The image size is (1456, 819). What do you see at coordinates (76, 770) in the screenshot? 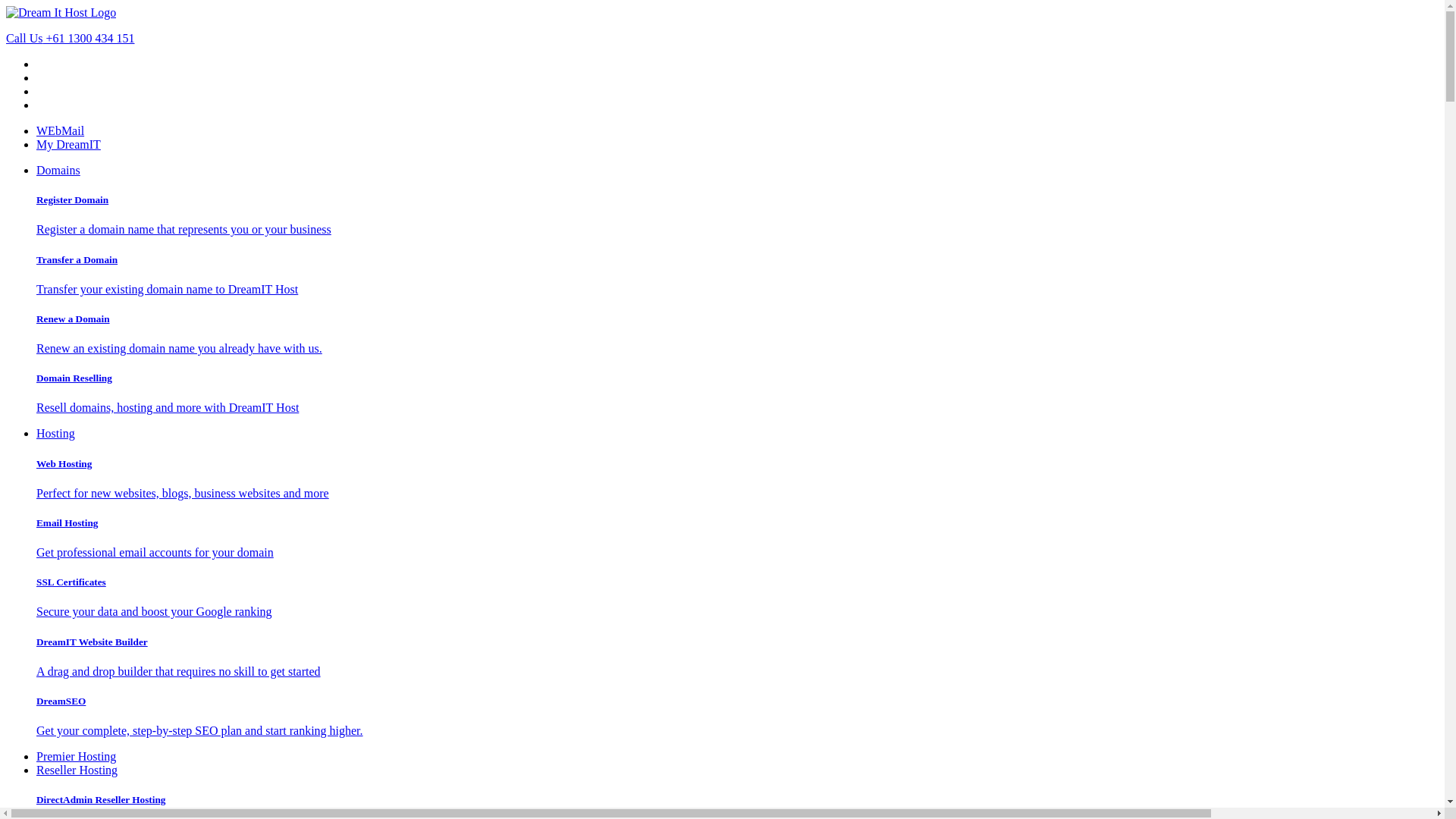
I see `'Reseller Hosting'` at bounding box center [76, 770].